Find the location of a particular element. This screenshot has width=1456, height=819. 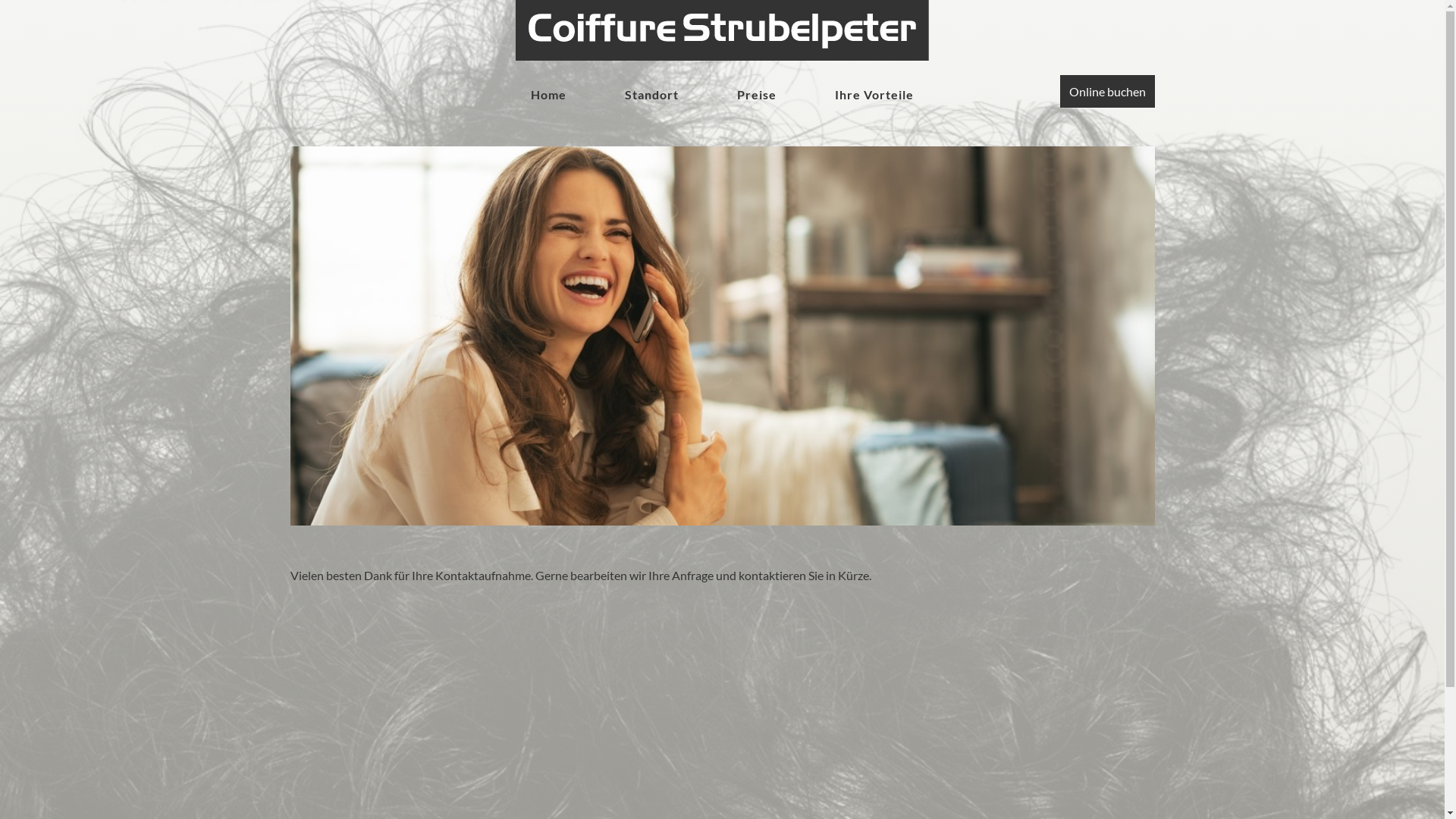

'Ihre Vorteile' is located at coordinates (874, 94).